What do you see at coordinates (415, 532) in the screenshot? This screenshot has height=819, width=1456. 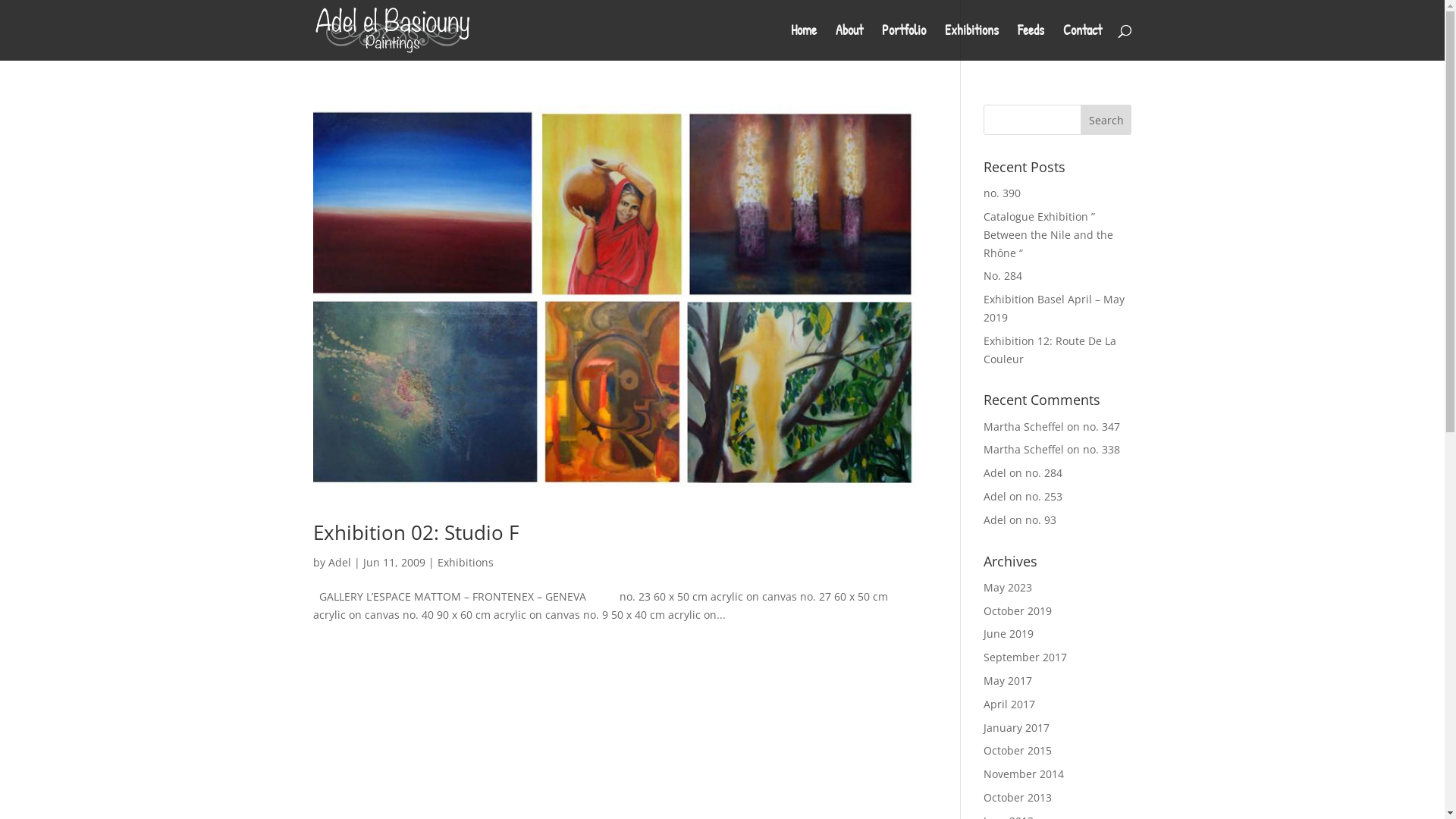 I see `'Exhibition 02: Studio F'` at bounding box center [415, 532].